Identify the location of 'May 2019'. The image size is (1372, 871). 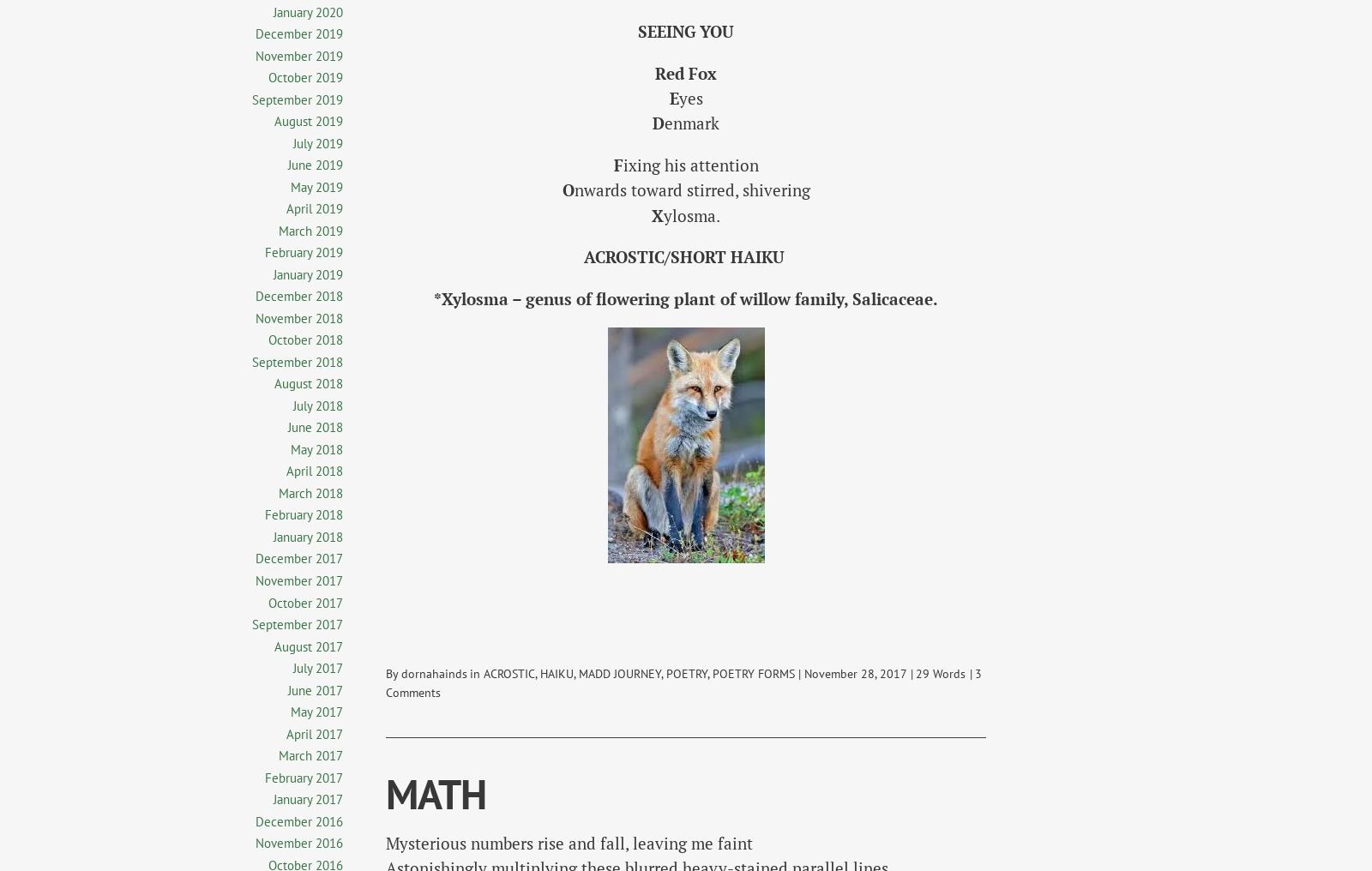
(291, 186).